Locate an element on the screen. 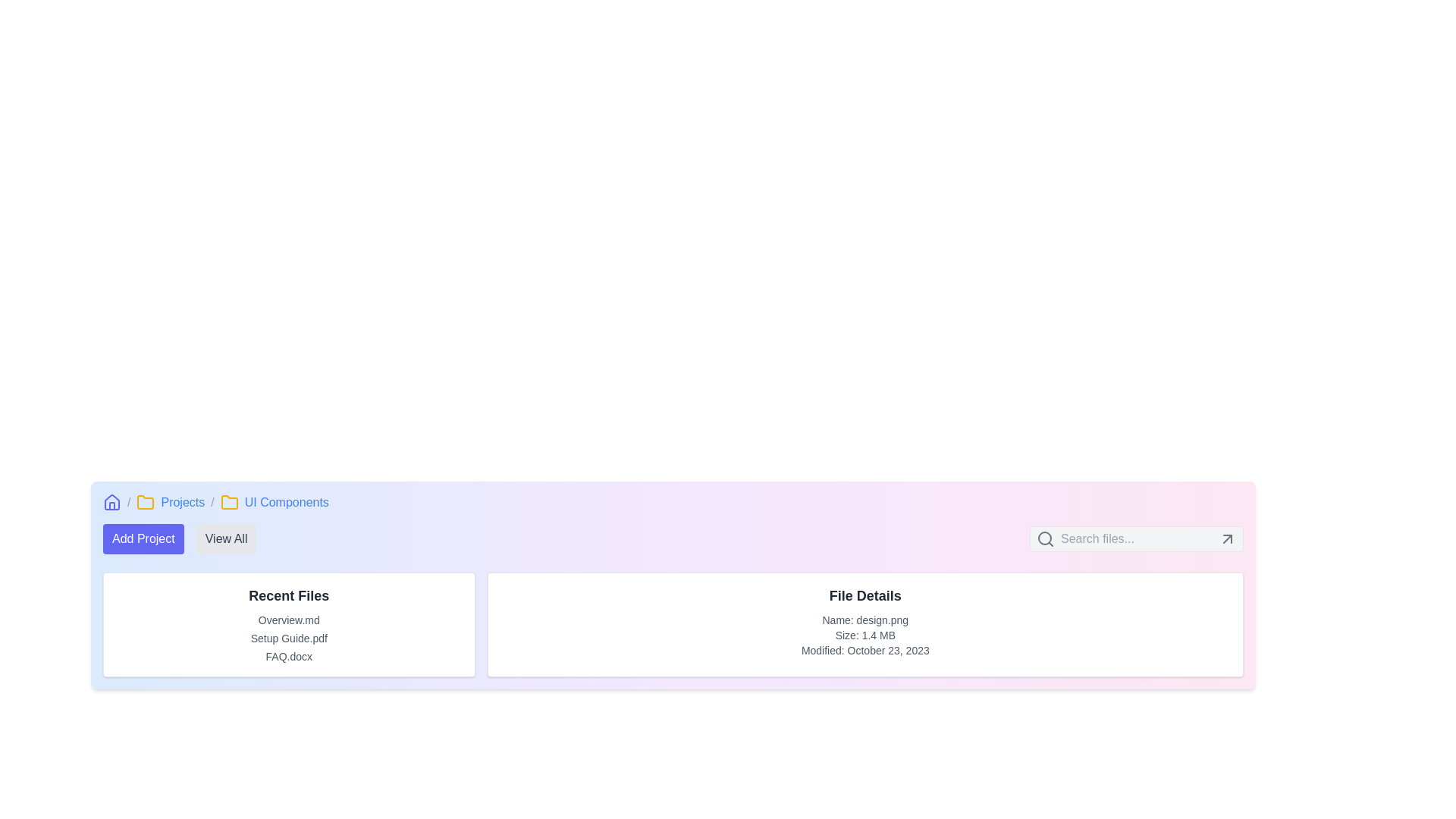  the text element displaying 'Name: design.png', which is located under the 'File Details' section in a smaller, gray font is located at coordinates (865, 620).